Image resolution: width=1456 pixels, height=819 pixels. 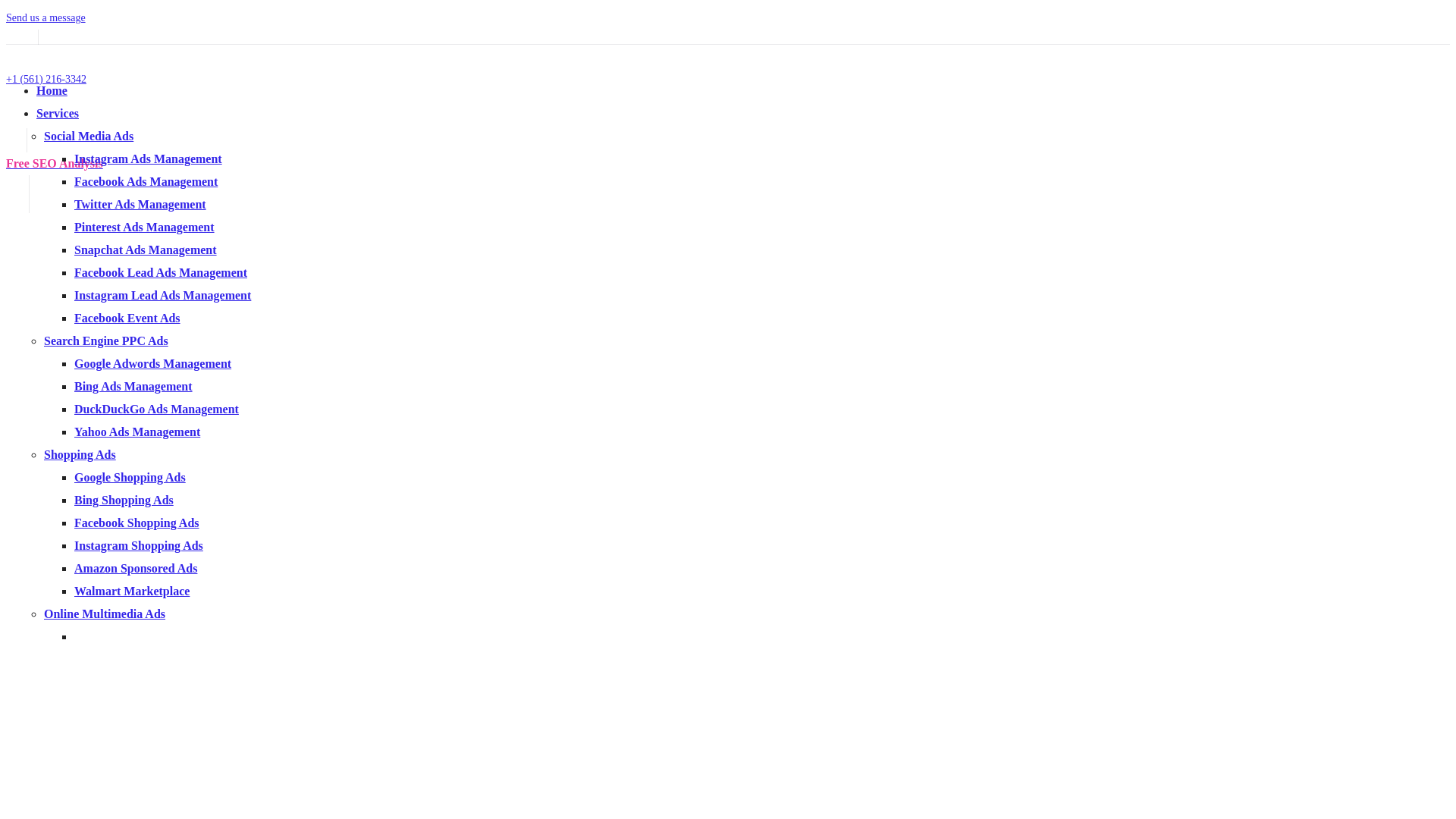 What do you see at coordinates (135, 568) in the screenshot?
I see `'Amazon Sponsored Ads'` at bounding box center [135, 568].